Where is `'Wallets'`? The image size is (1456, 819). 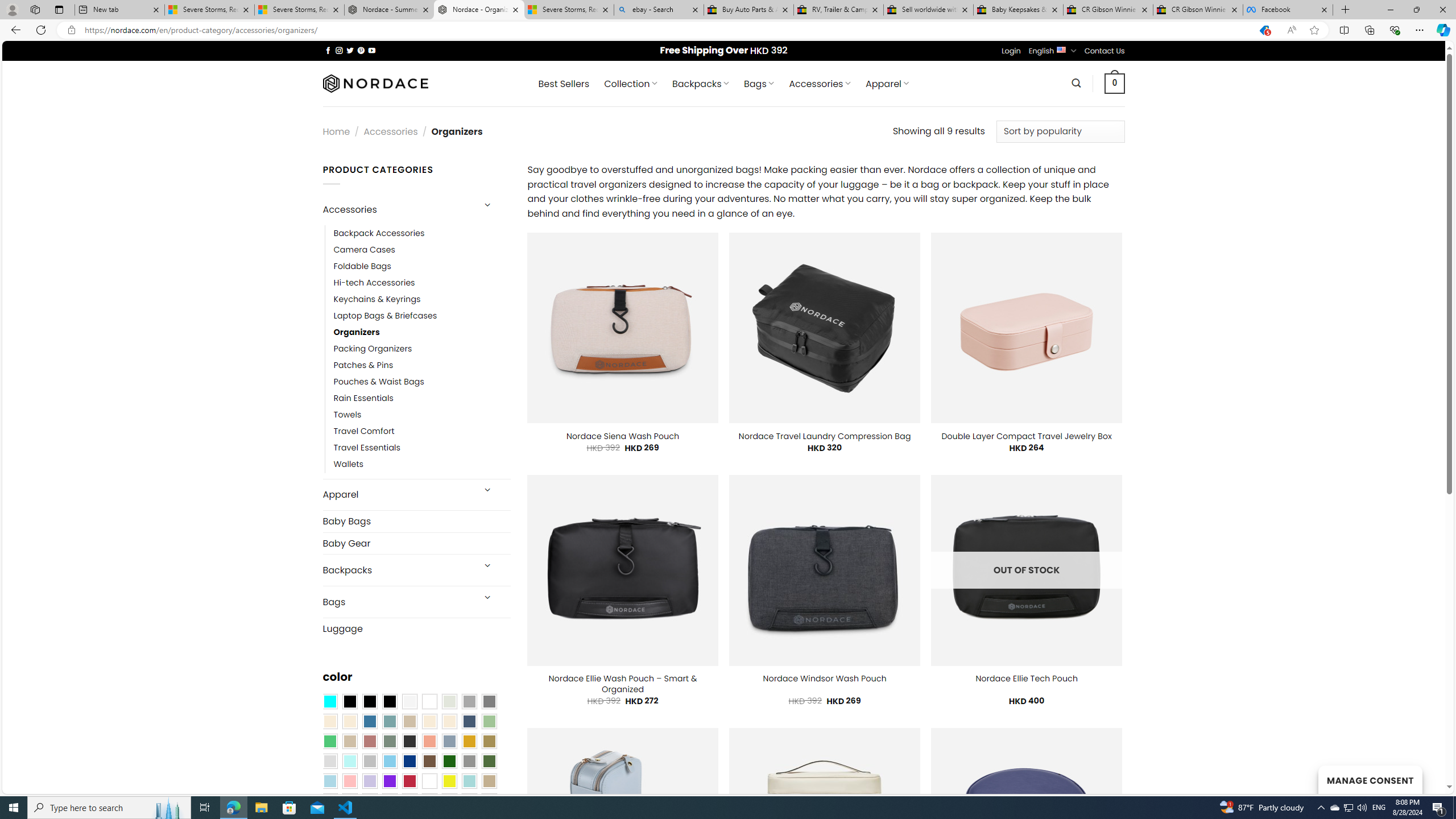 'Wallets' is located at coordinates (421, 464).